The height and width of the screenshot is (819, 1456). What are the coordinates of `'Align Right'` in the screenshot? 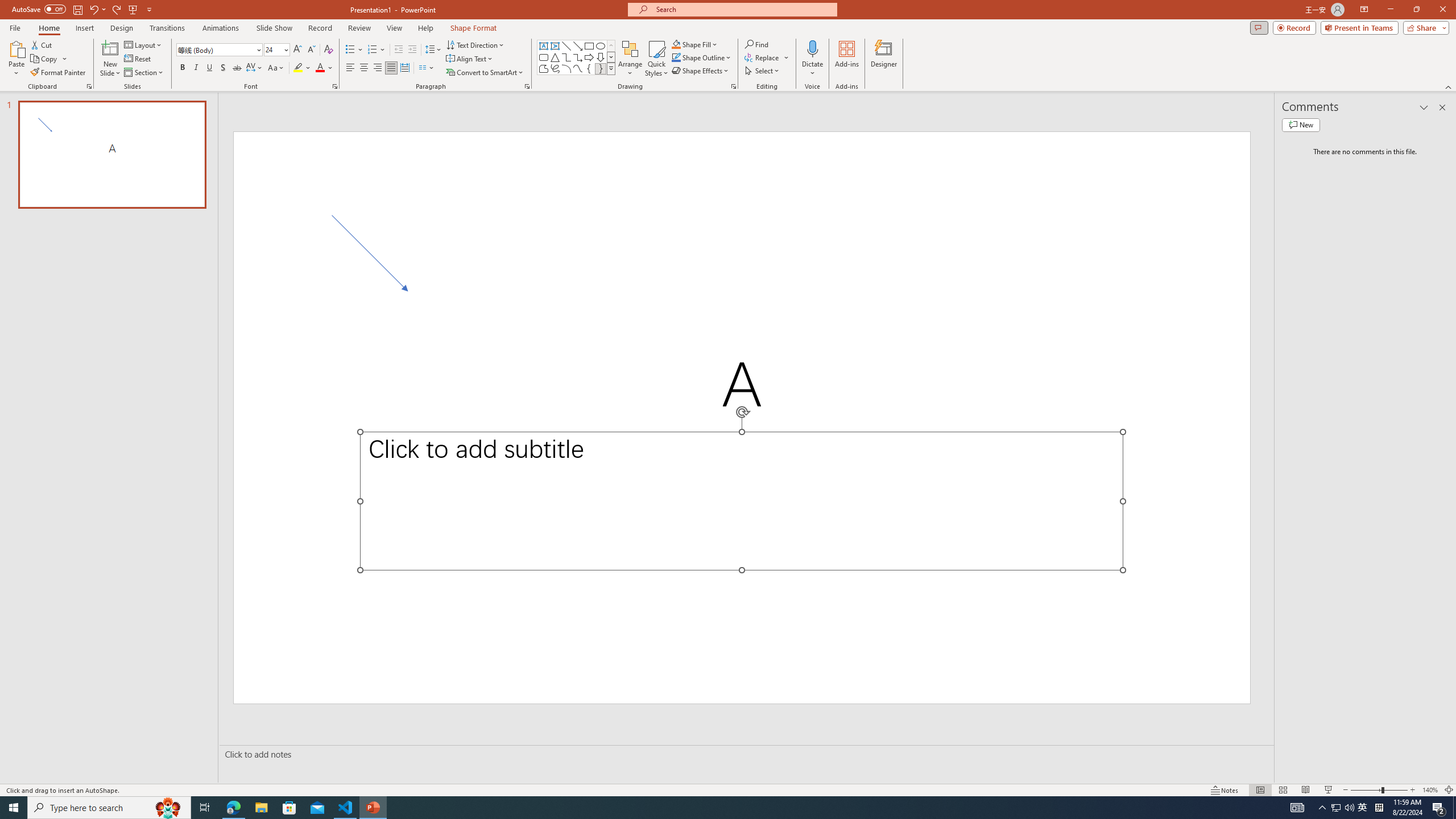 It's located at (378, 67).